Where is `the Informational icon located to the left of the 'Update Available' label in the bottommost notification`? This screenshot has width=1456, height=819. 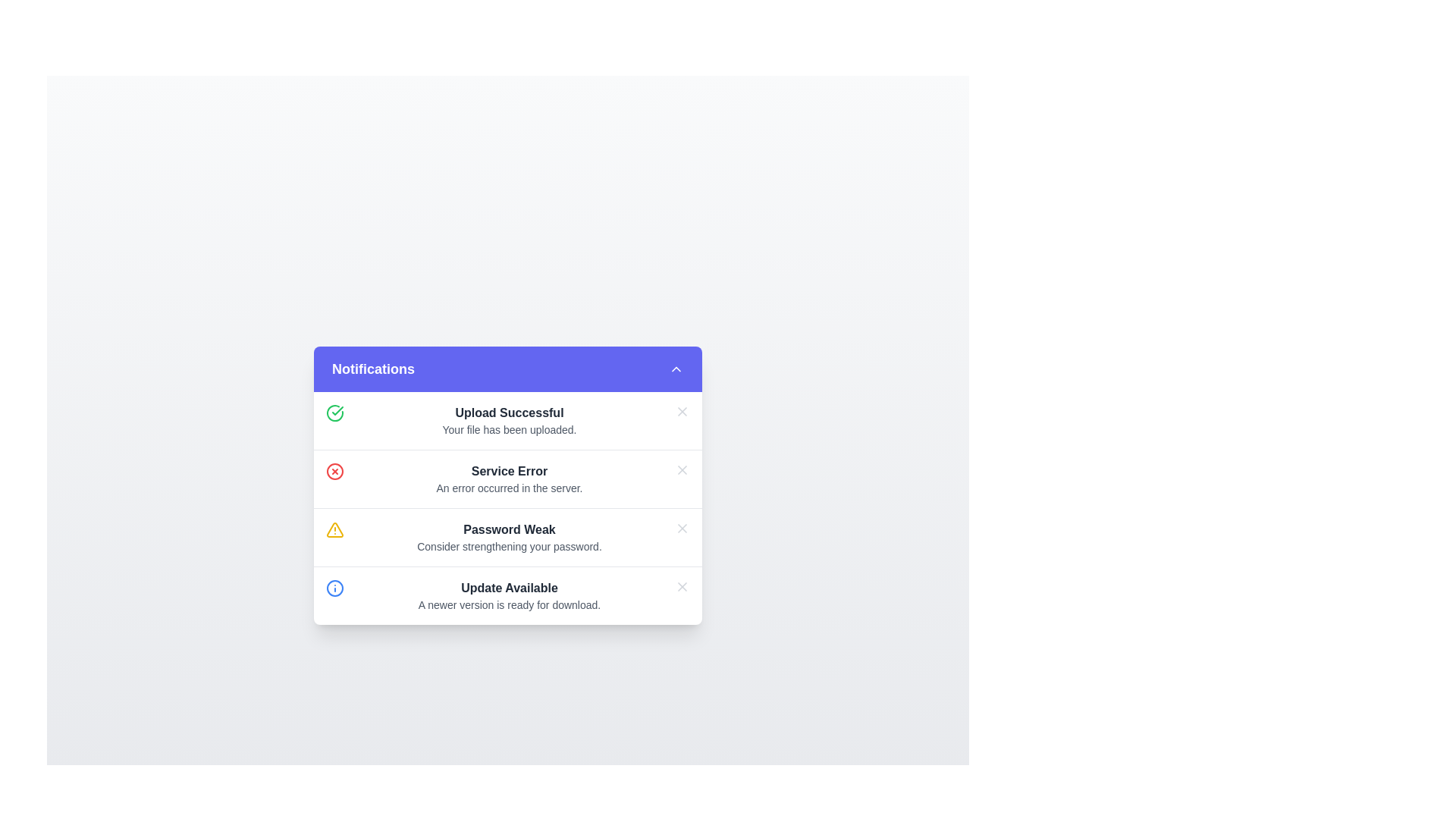 the Informational icon located to the left of the 'Update Available' label in the bottommost notification is located at coordinates (334, 587).